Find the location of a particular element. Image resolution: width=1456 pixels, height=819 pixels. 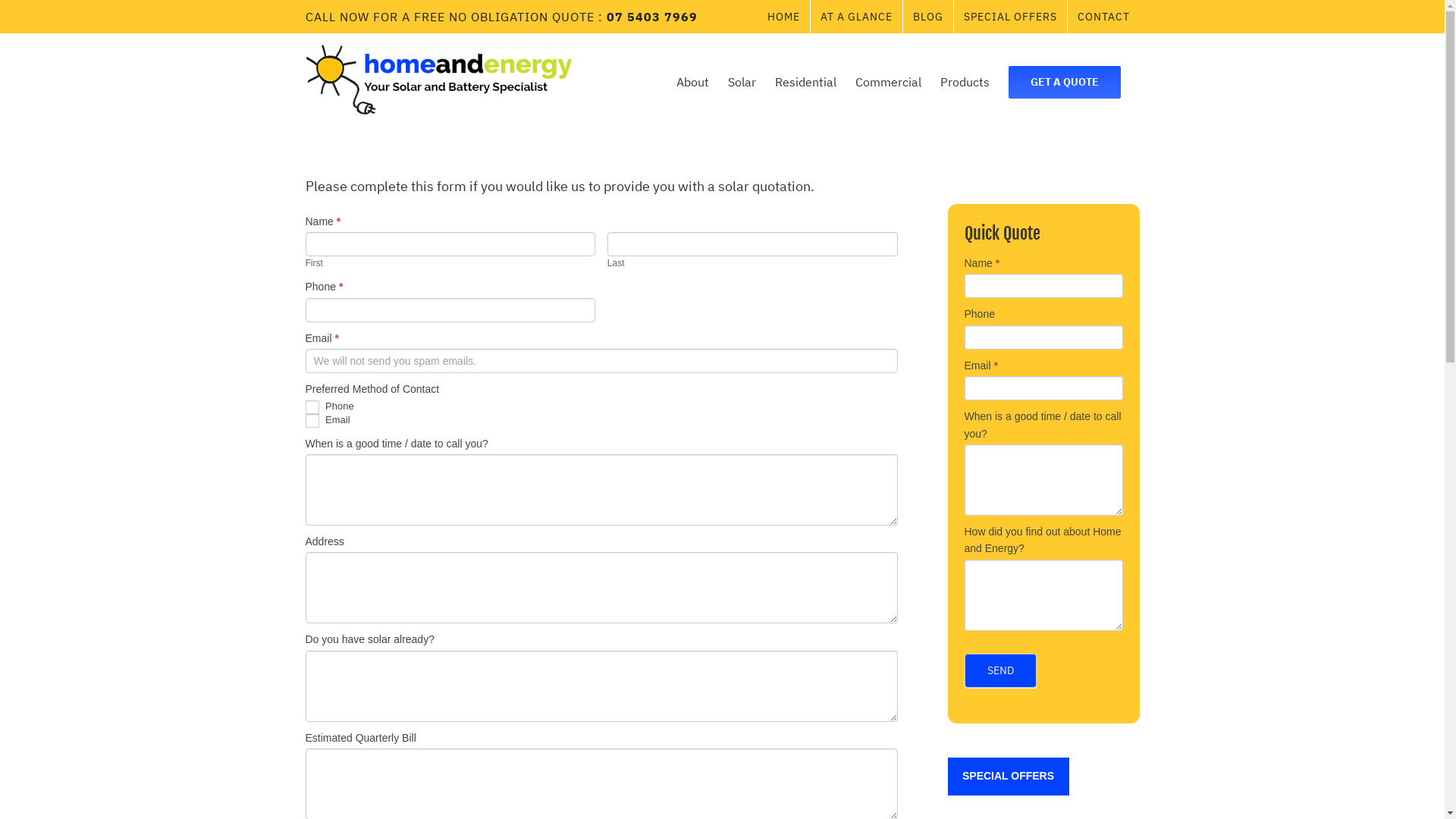

'HOME' is located at coordinates (783, 17).